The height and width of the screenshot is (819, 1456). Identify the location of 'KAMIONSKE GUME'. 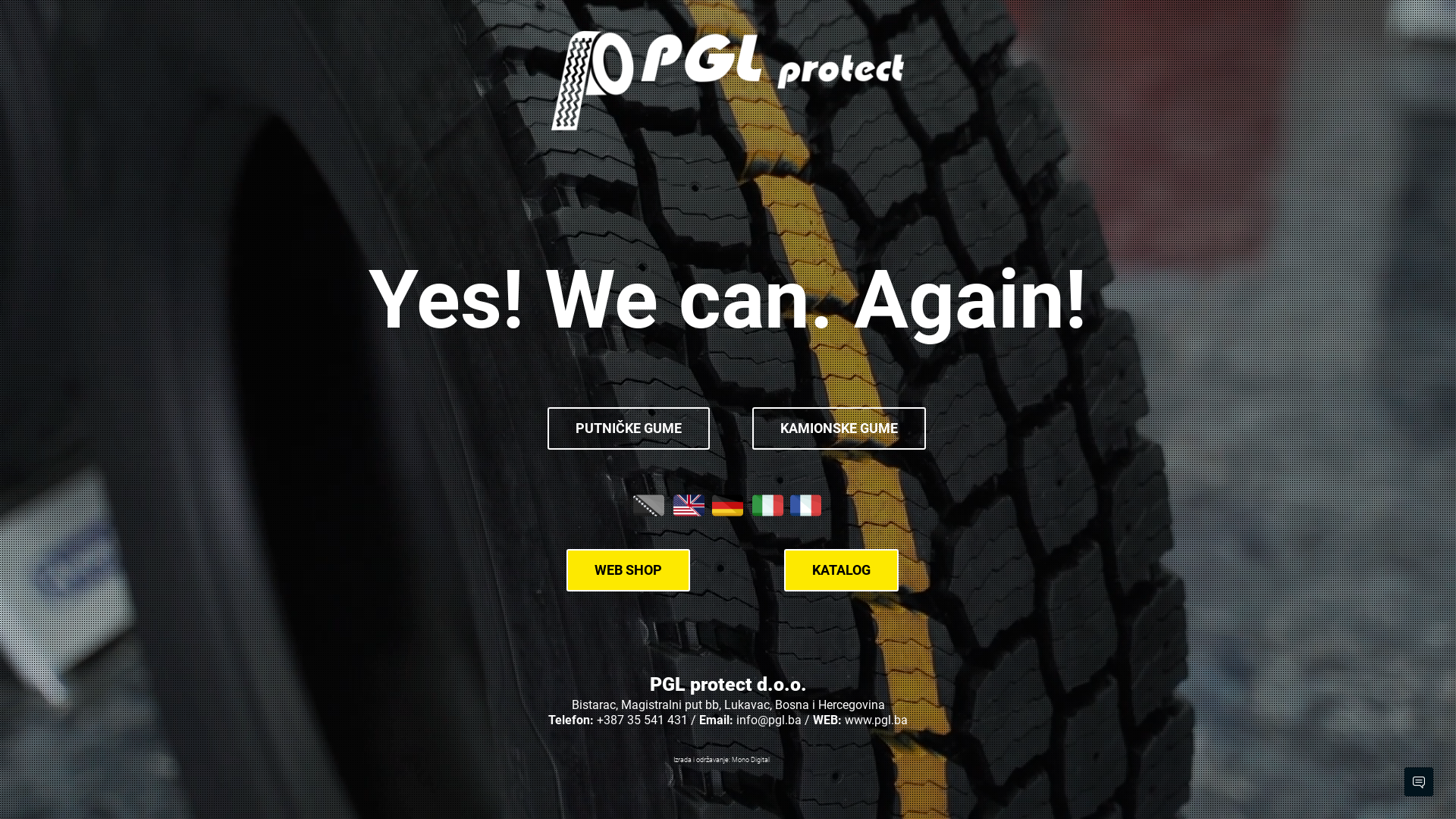
(838, 428).